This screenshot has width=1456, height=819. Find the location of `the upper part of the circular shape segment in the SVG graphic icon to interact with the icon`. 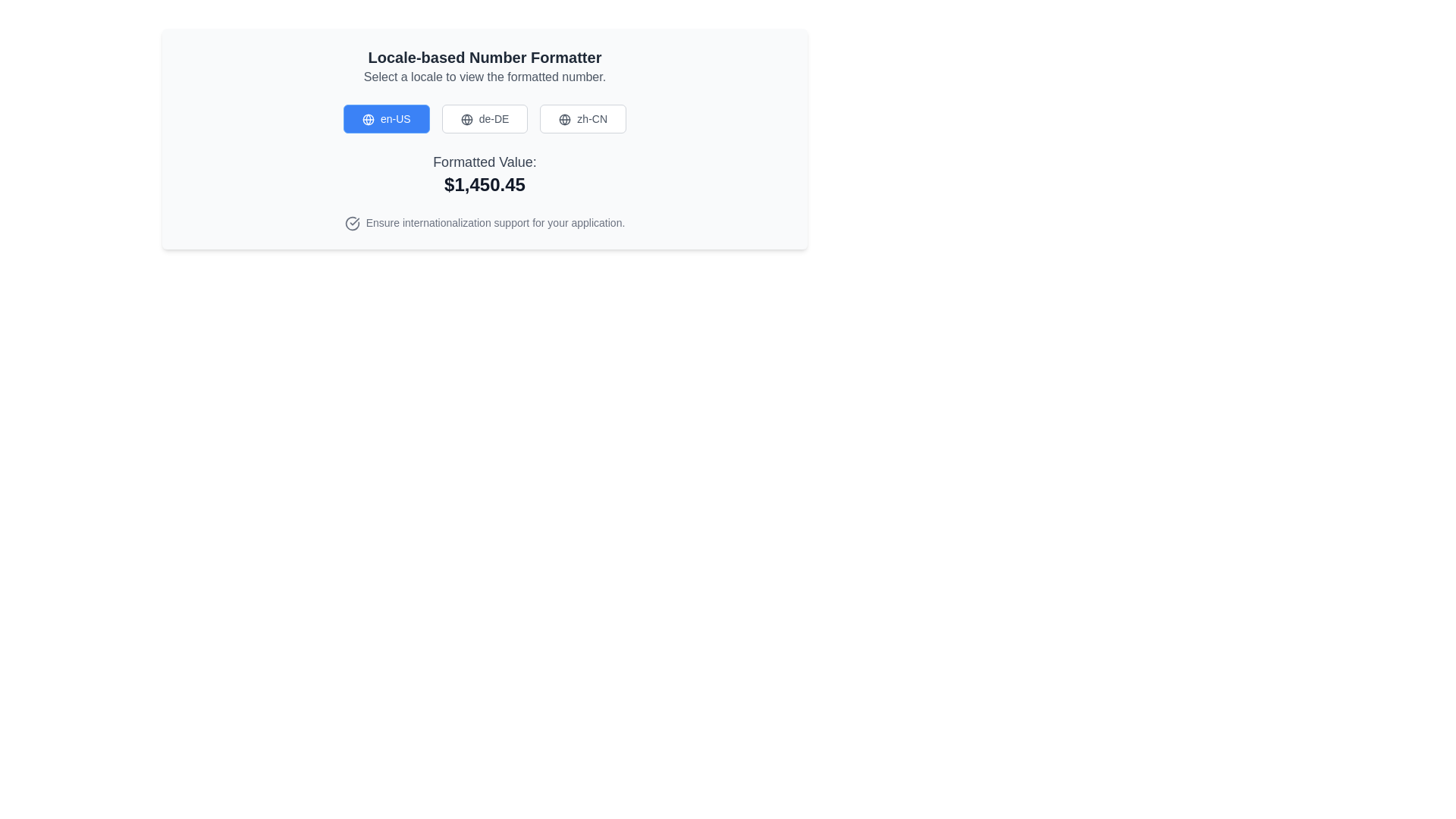

the upper part of the circular shape segment in the SVG graphic icon to interact with the icon is located at coordinates (351, 224).